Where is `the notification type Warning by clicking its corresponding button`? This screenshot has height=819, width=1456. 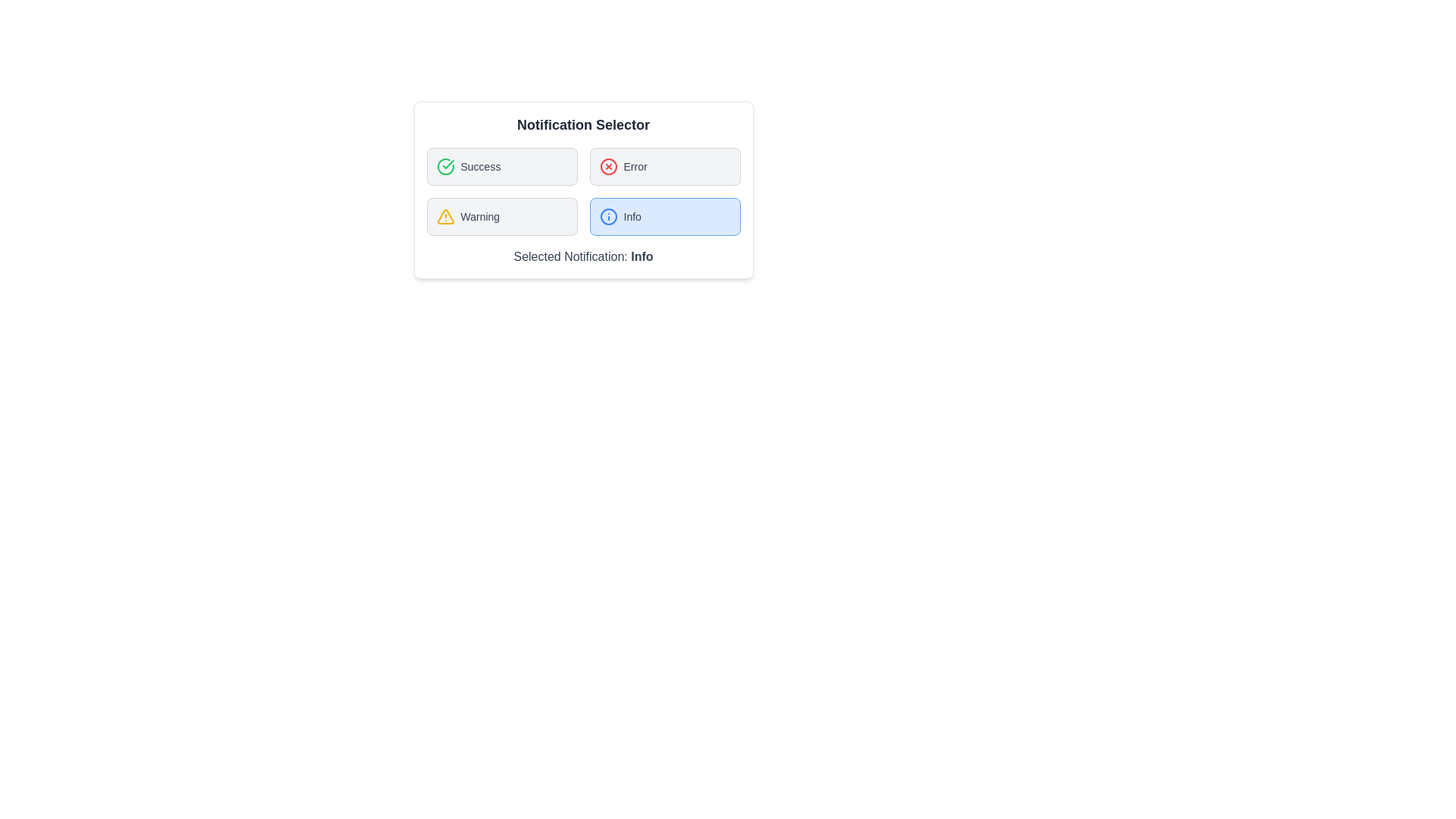
the notification type Warning by clicking its corresponding button is located at coordinates (502, 216).